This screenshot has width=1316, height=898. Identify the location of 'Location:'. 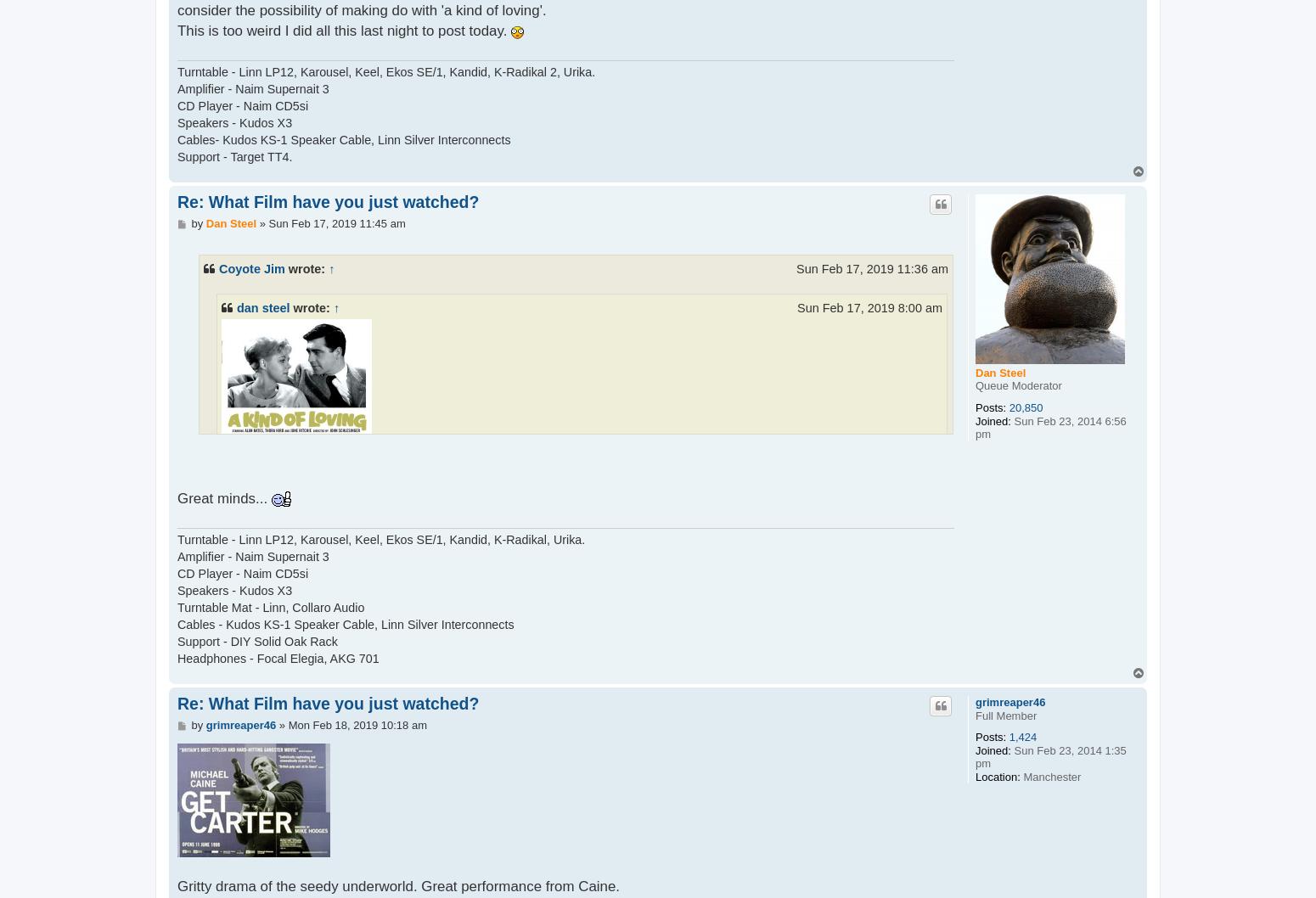
(998, 776).